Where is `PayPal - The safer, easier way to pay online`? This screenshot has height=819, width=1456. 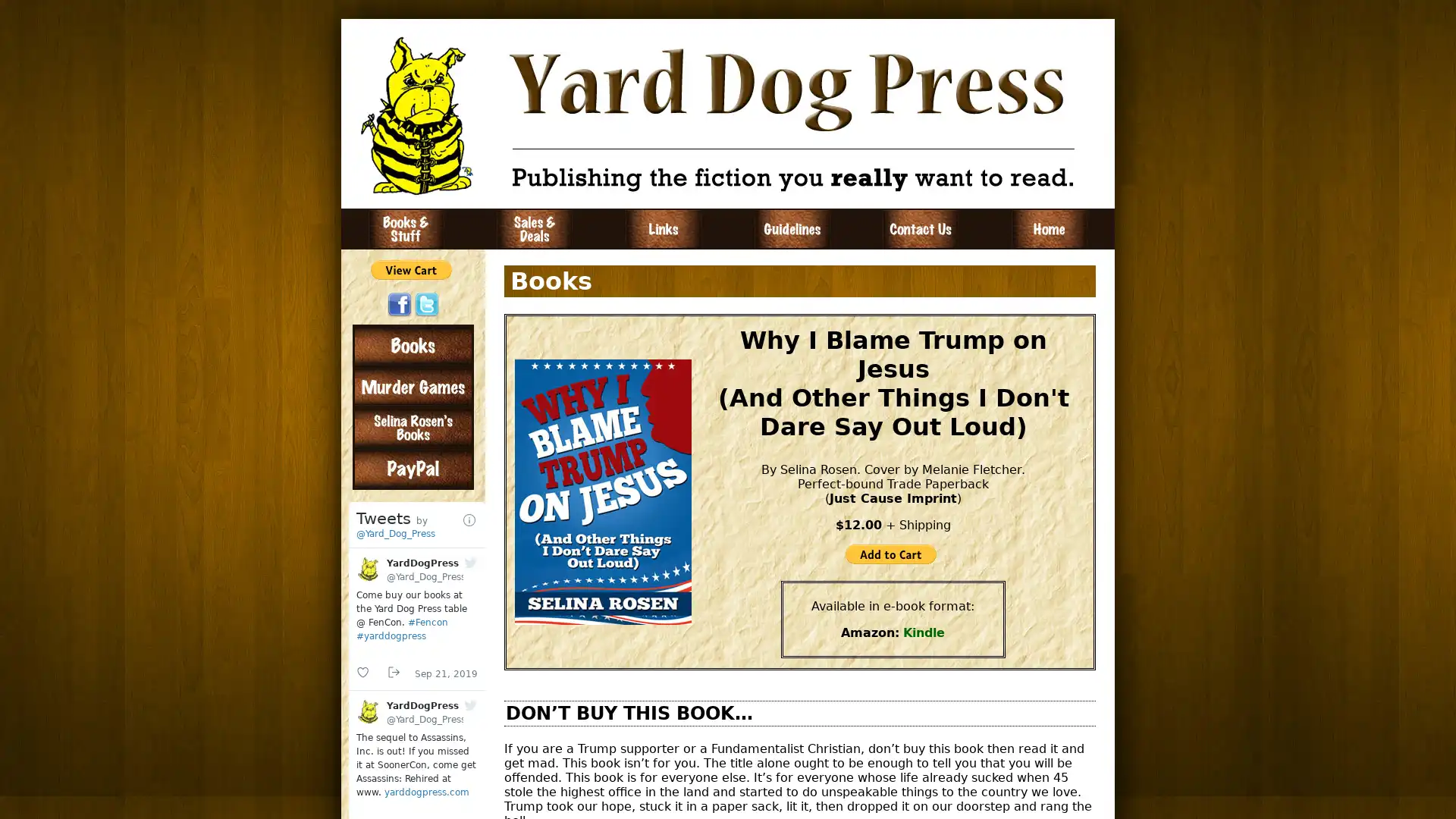 PayPal - The safer, easier way to pay online is located at coordinates (411, 268).